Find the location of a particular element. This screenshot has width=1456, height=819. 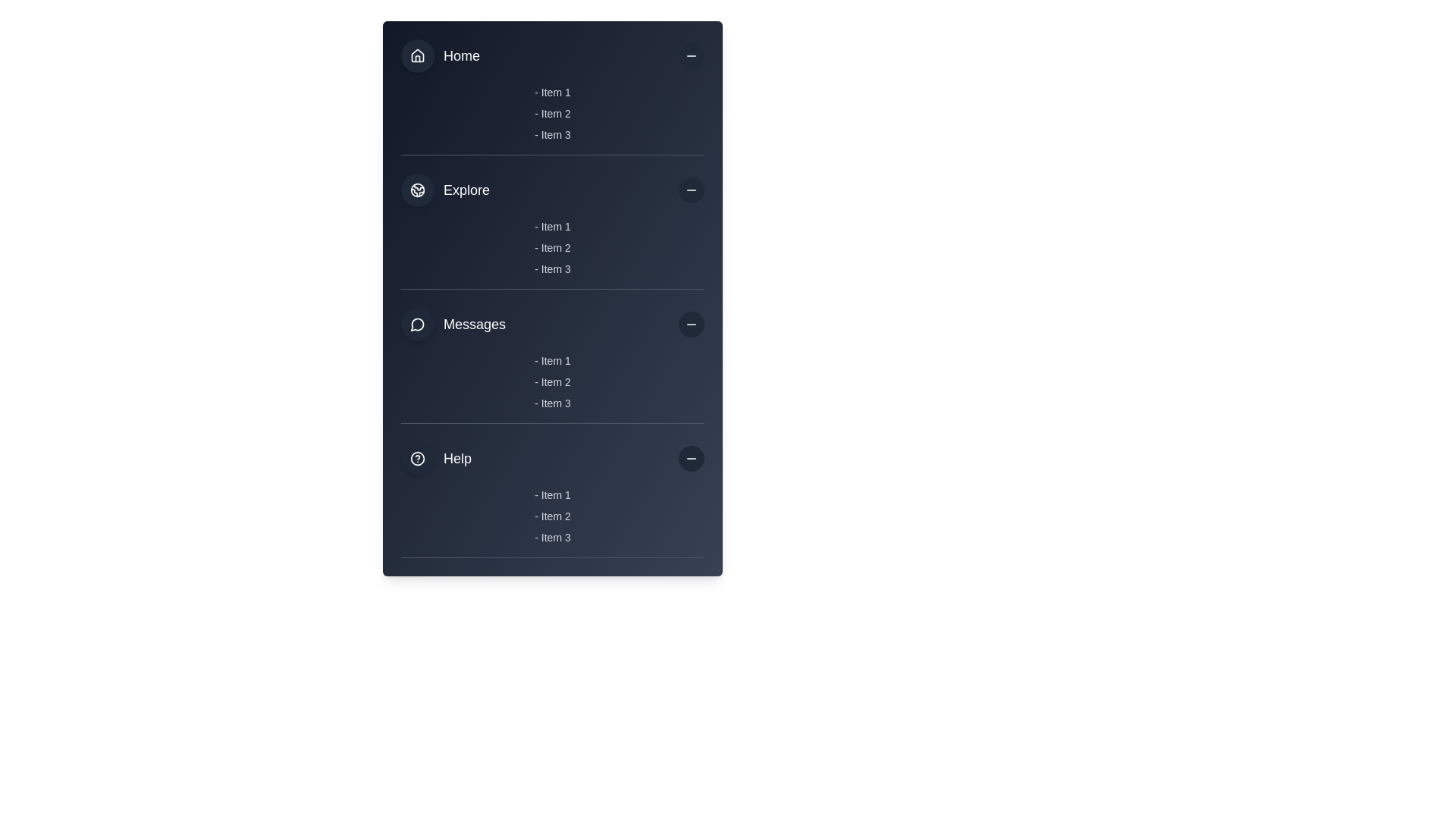

the third horizontal line button aligned to the right side of the 'Messages' section is located at coordinates (691, 324).